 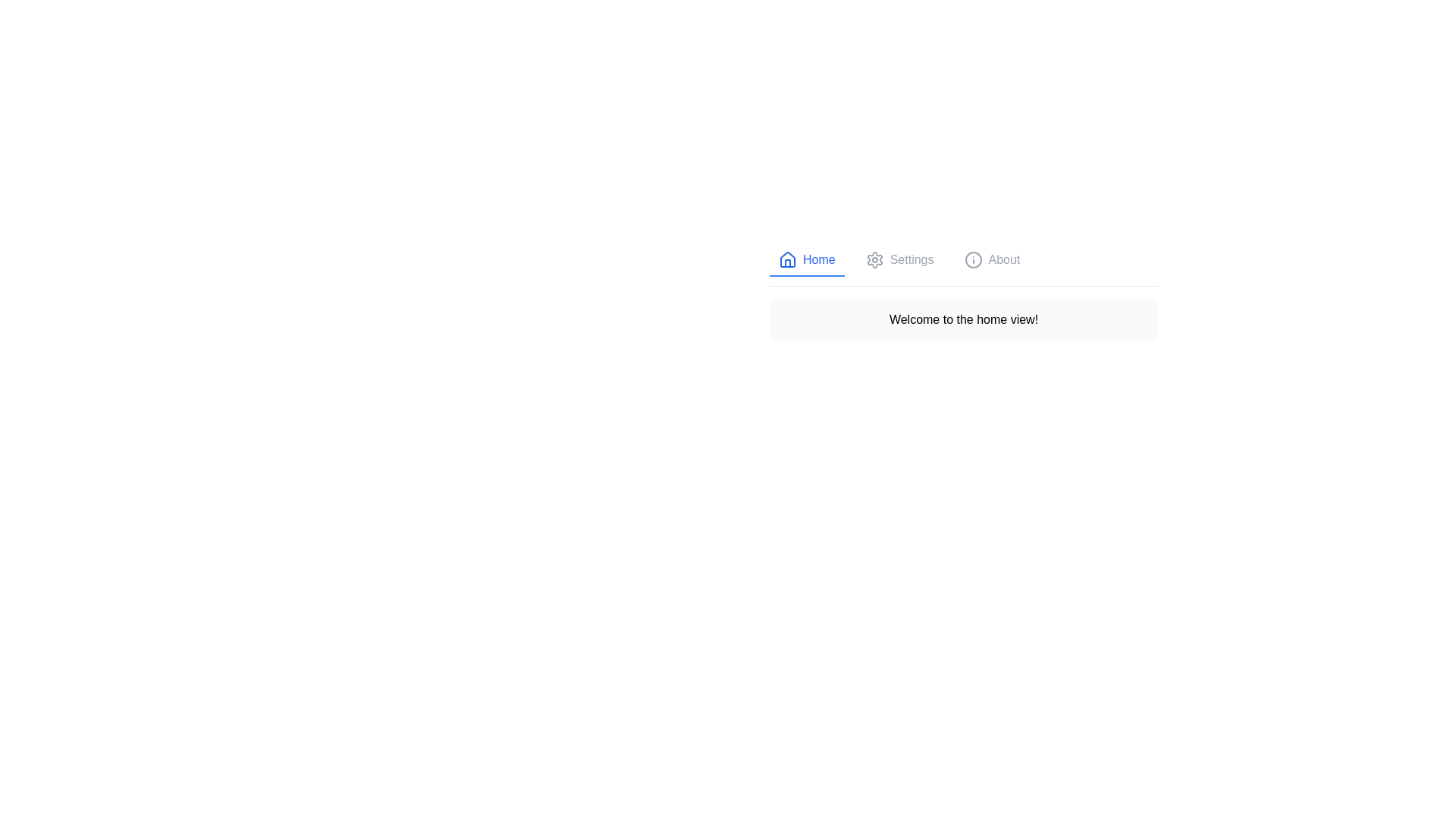 What do you see at coordinates (806, 259) in the screenshot?
I see `the Home tab by clicking on it` at bounding box center [806, 259].